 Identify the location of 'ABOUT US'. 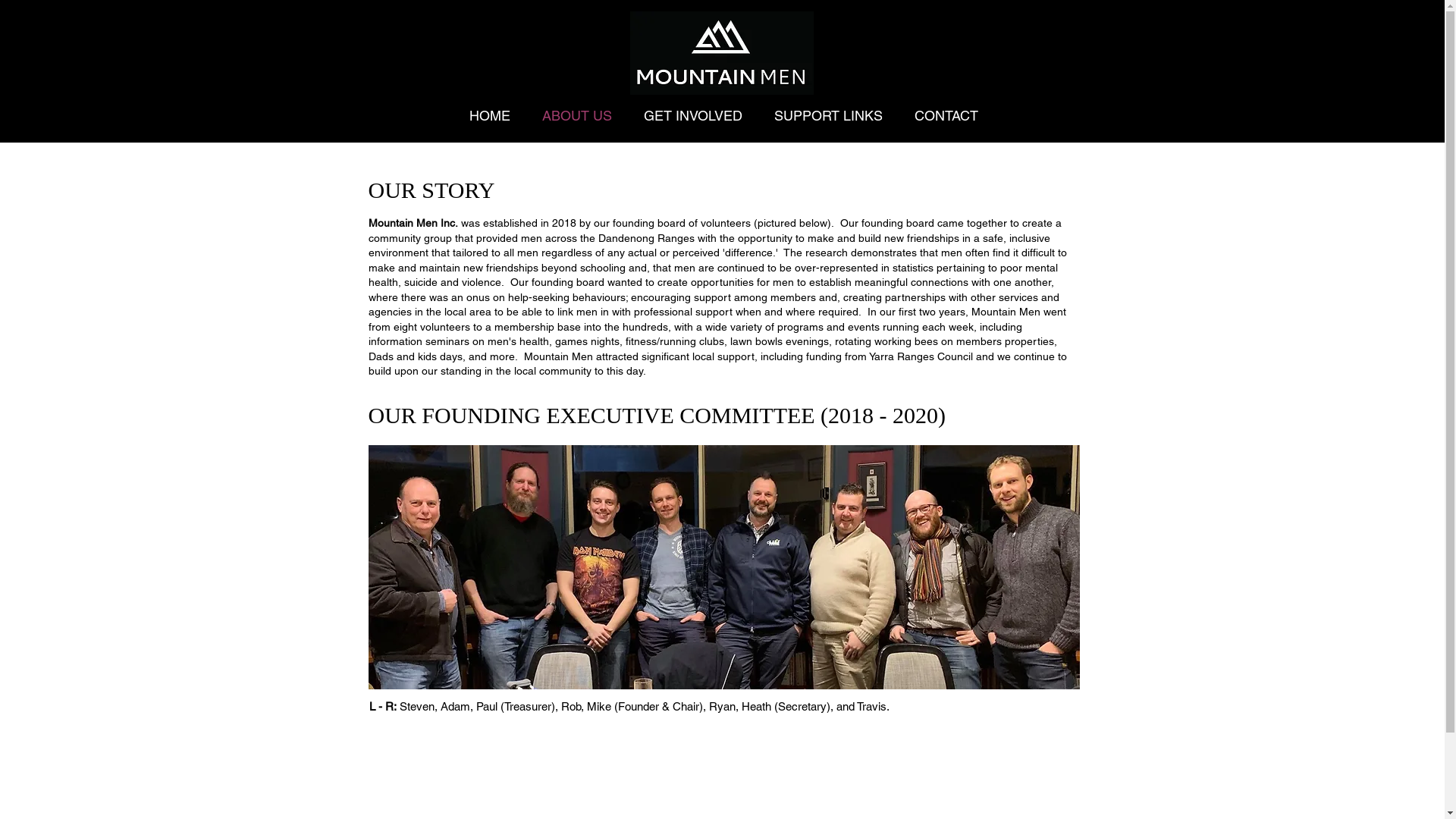
(576, 115).